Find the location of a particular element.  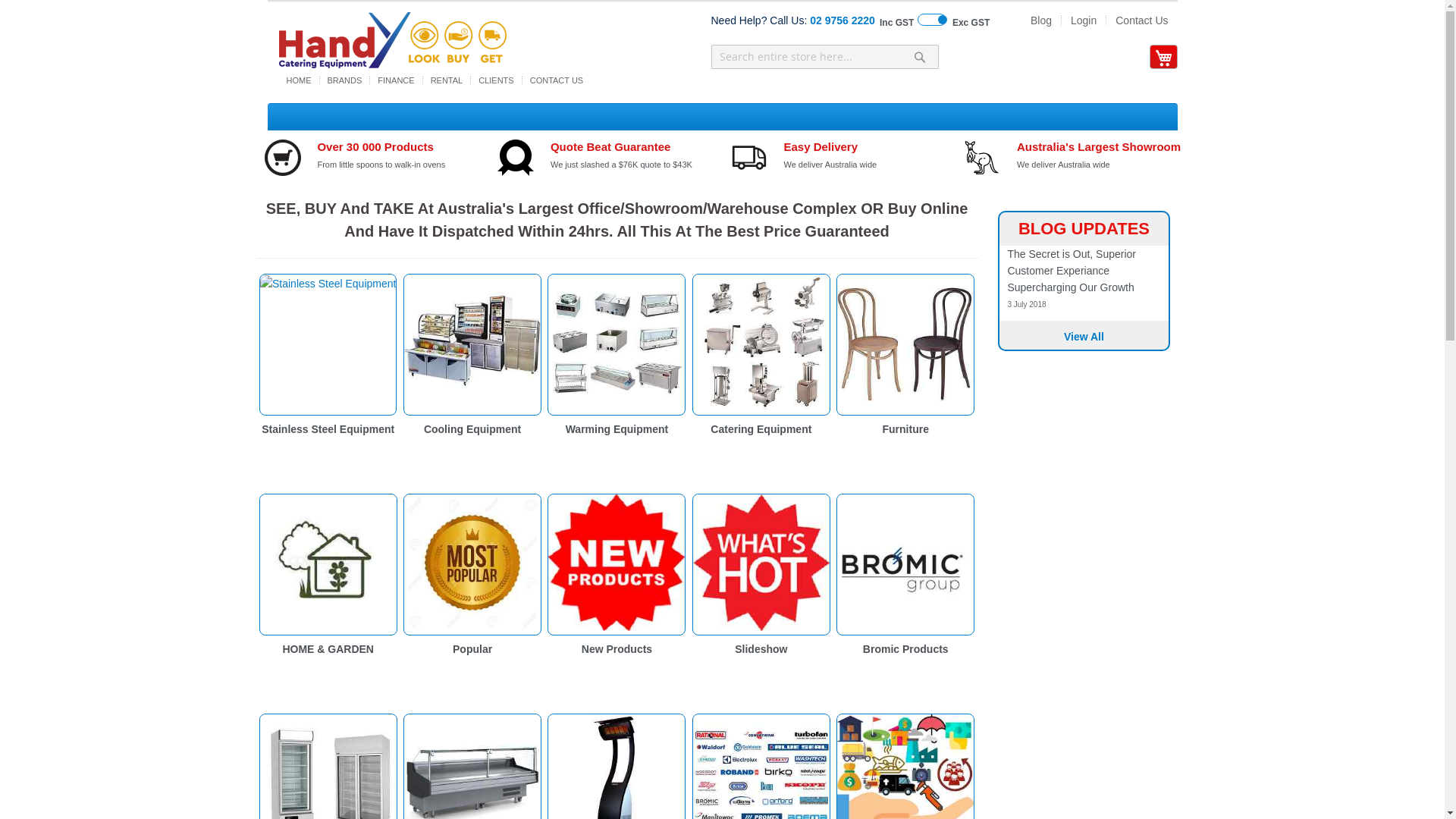

'Easy Delivery' is located at coordinates (819, 146).